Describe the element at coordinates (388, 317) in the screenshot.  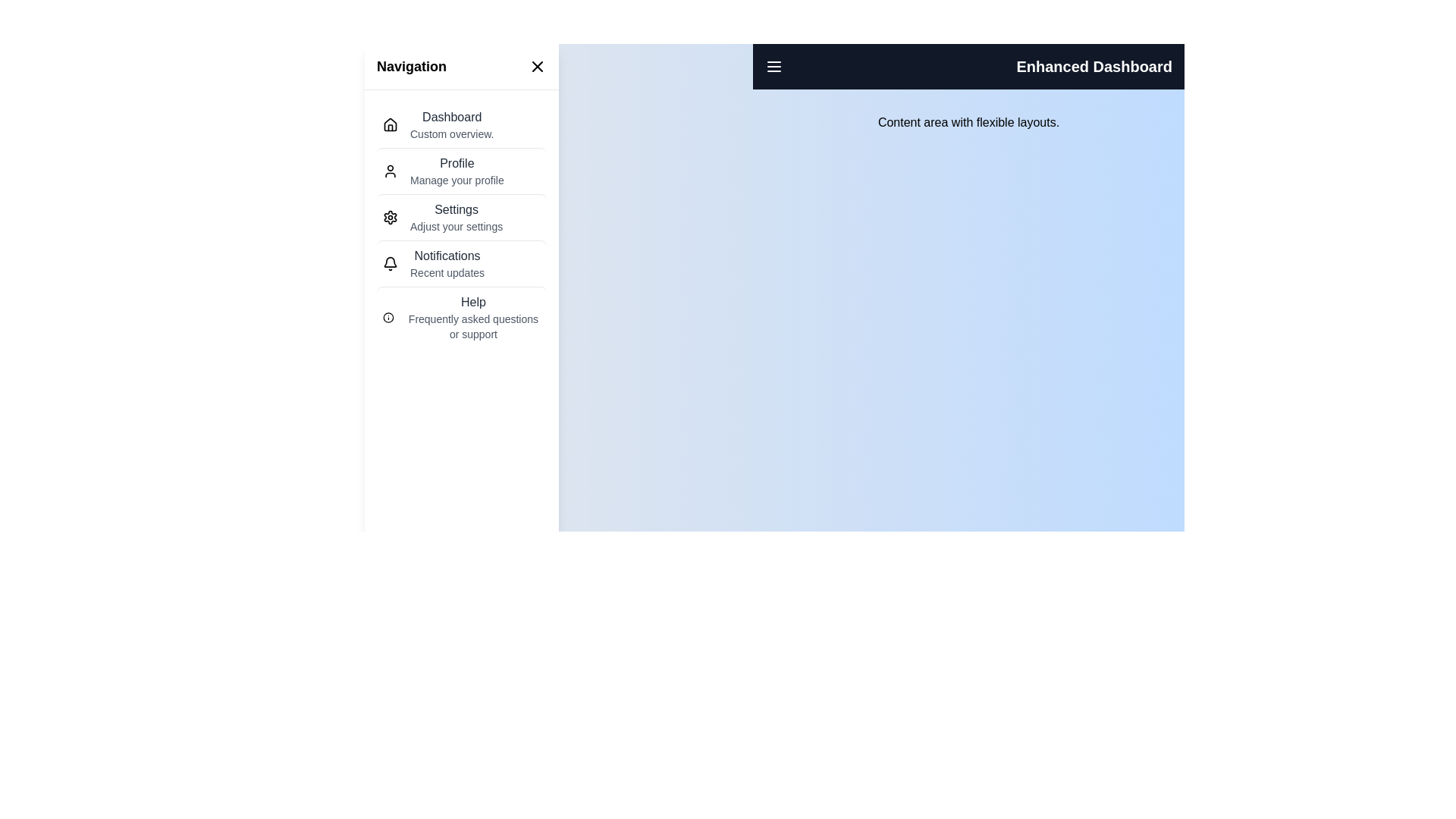
I see `the SVG Circle component that serves as the background for the 'info' icon, located near the center of the icon's bounding box` at that location.